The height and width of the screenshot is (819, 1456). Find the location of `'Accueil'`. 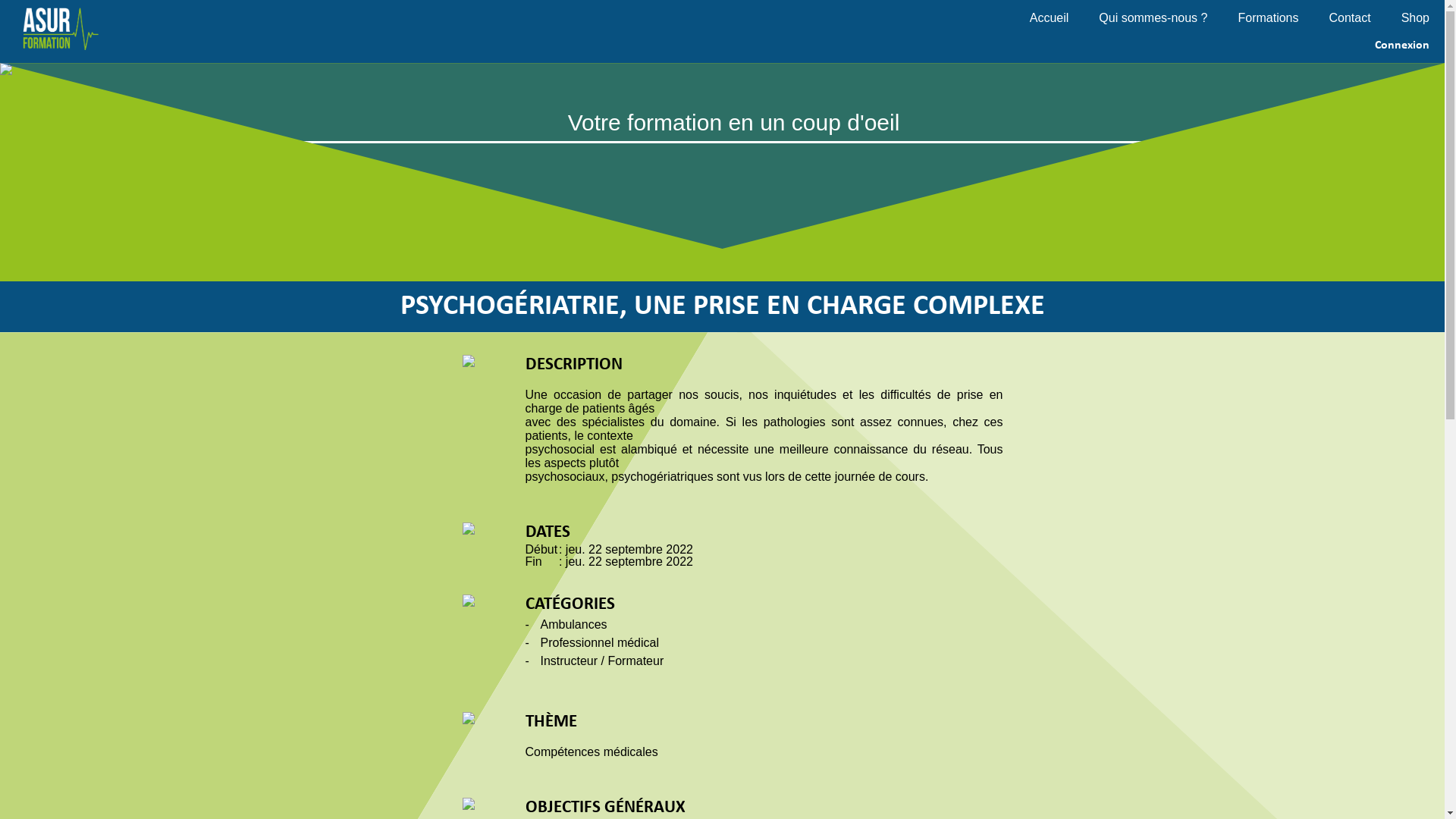

'Accueil' is located at coordinates (1063, 17).